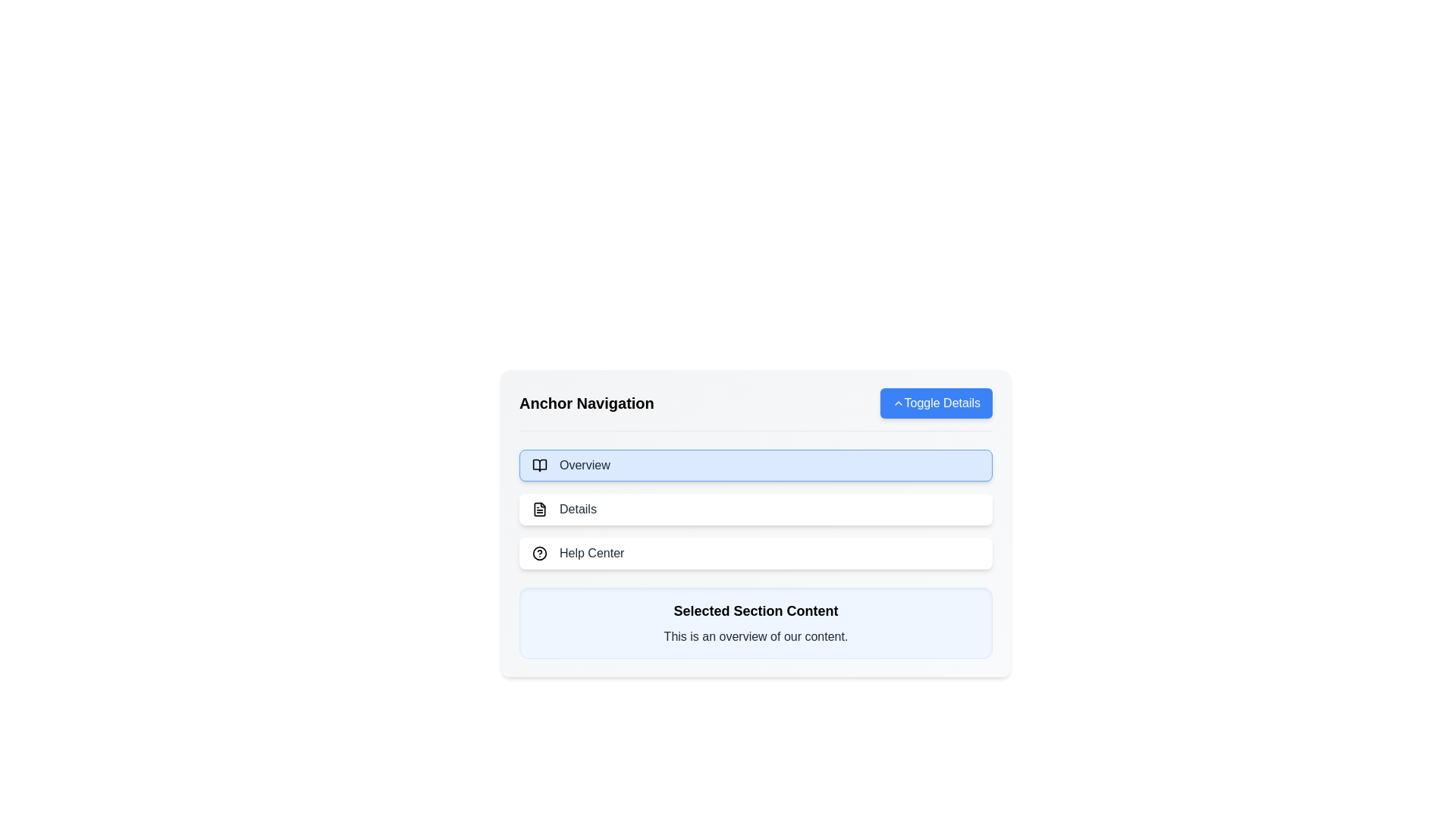 The width and height of the screenshot is (1456, 819). Describe the element at coordinates (898, 403) in the screenshot. I see `the 'Toggle Details' button which contains the upward-facing chevron icon` at that location.